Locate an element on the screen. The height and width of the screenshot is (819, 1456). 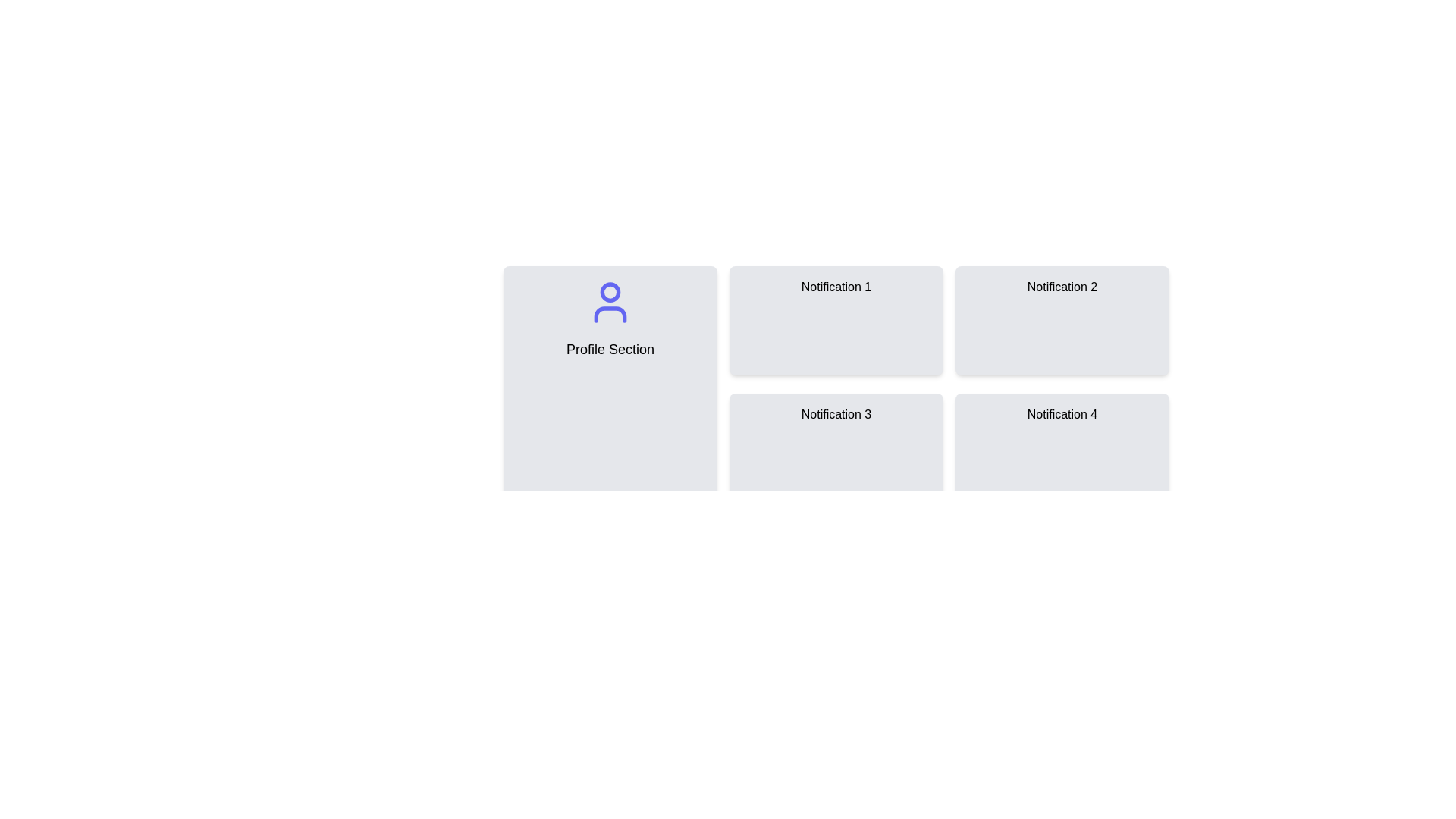
the second notification card located in the top right corner of the grid layout, which displays information or messages to the user is located at coordinates (1062, 320).